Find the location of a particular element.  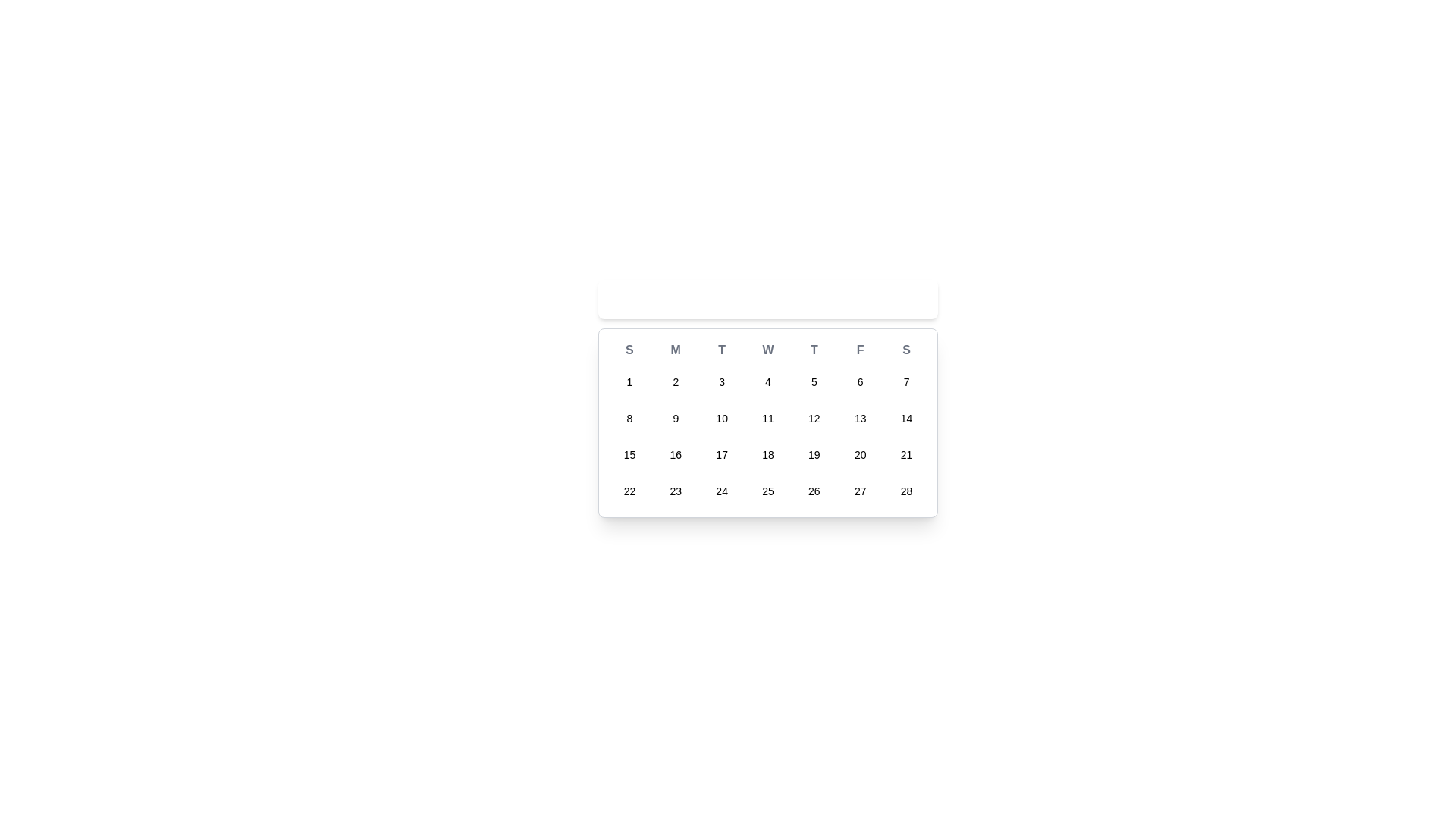

the selectable date button representing the date '24' is located at coordinates (720, 491).